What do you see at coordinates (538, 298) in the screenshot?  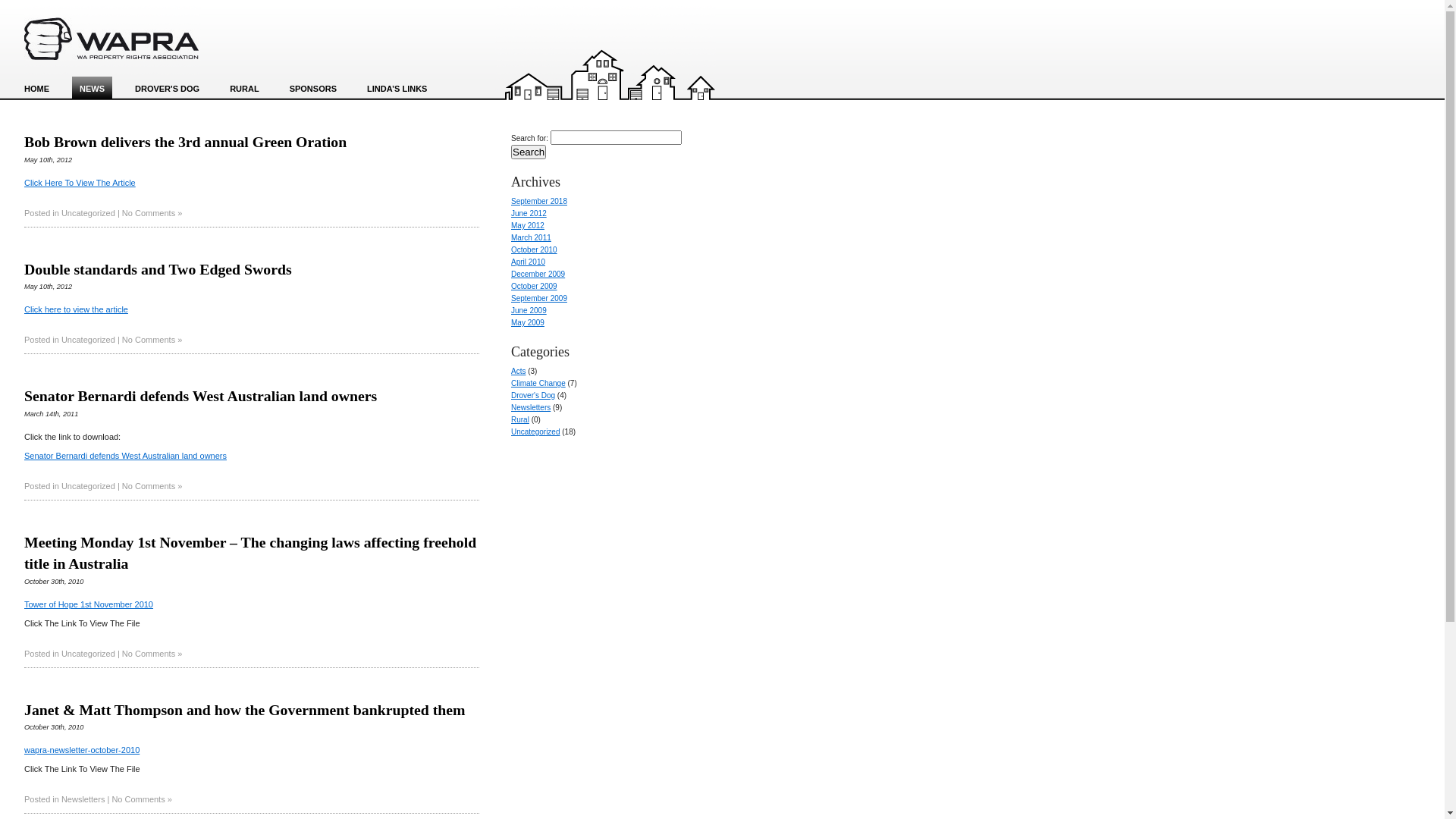 I see `'September 2009'` at bounding box center [538, 298].